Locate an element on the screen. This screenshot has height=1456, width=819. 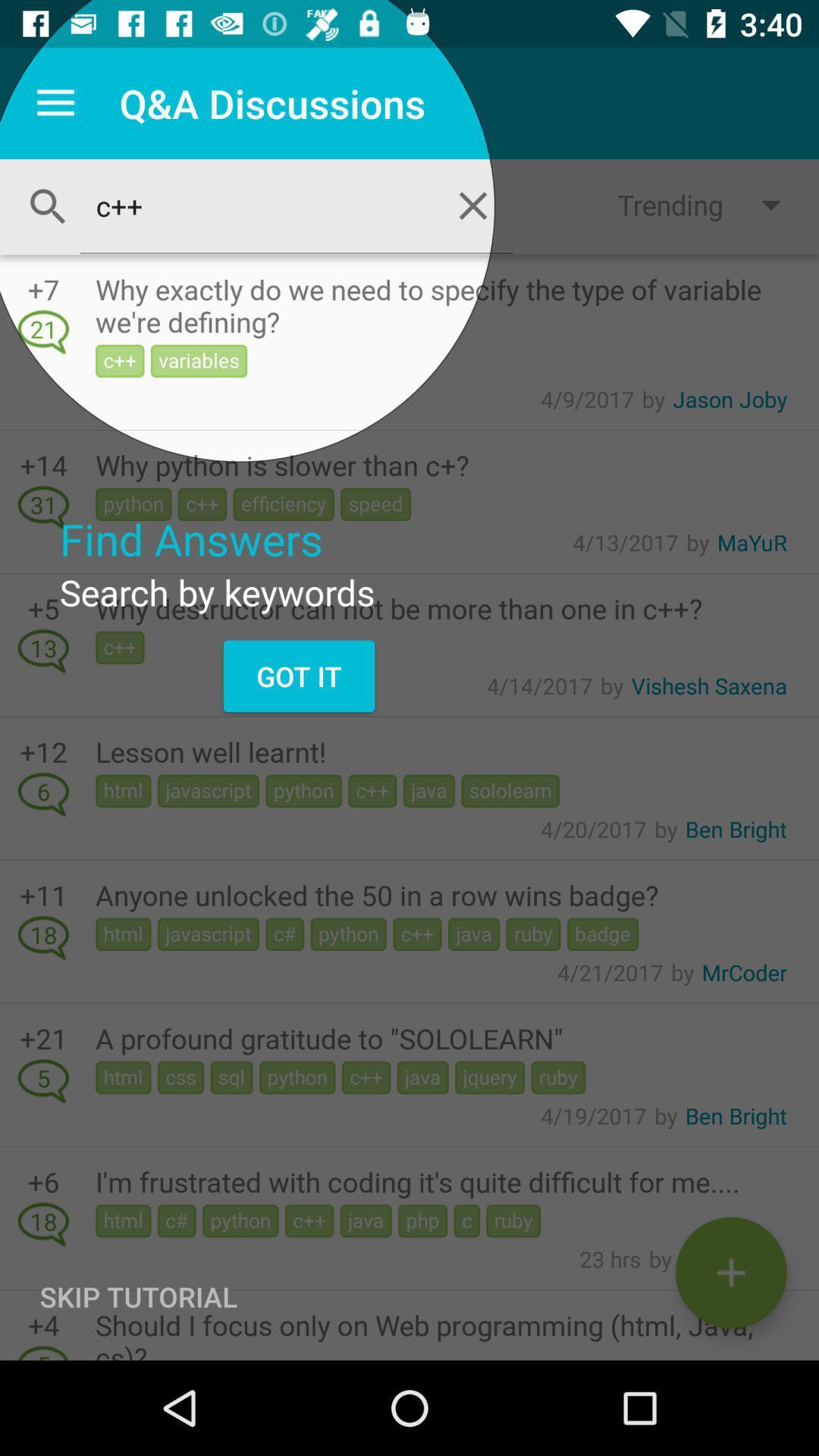
to favorites is located at coordinates (730, 1272).